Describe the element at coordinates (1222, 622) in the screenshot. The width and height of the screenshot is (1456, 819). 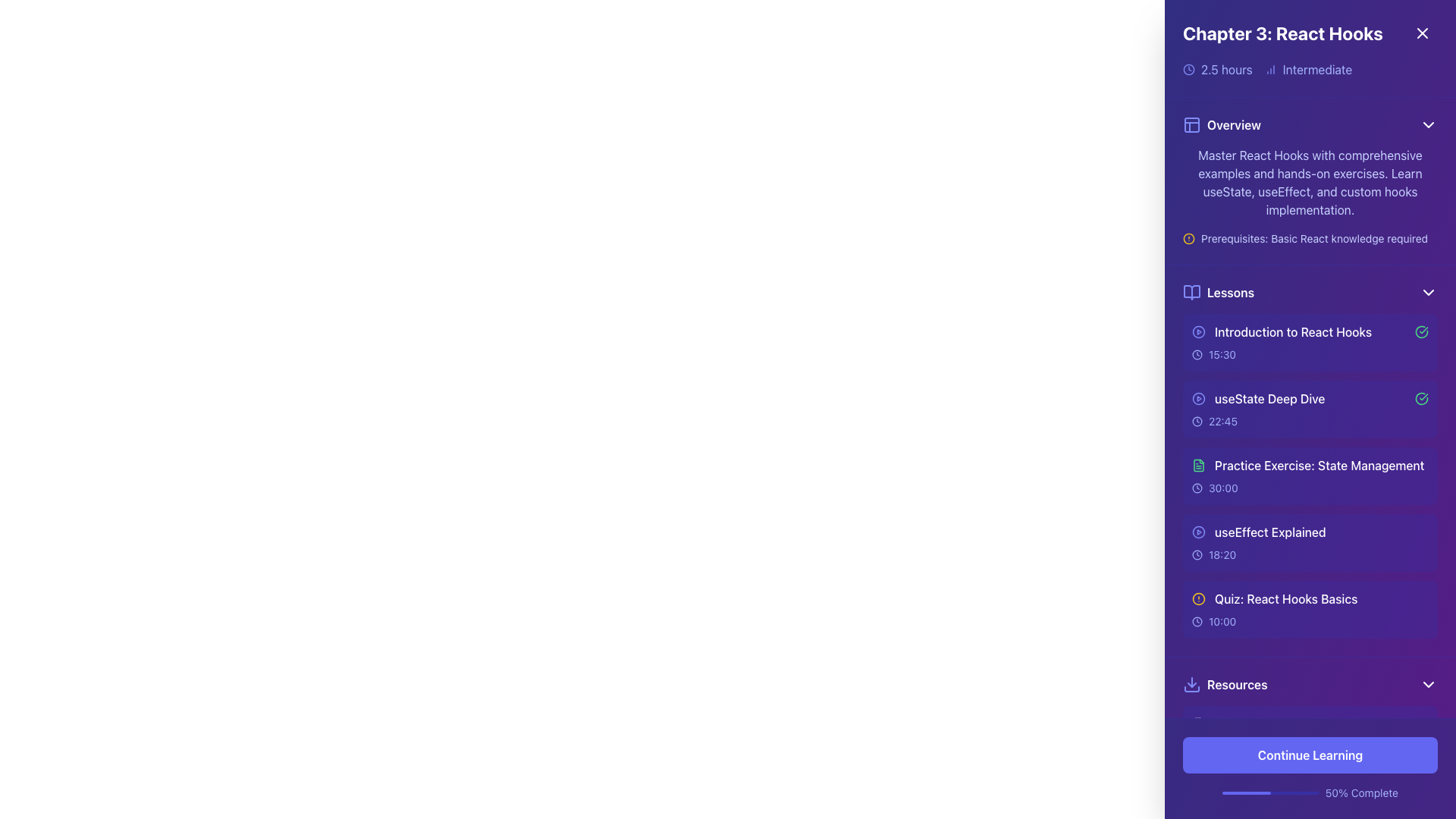
I see `the text label displaying '10:00' styled in light indigo color, positioned within the lessons section of the right-hand panel, aligned with a clock icon on its left` at that location.